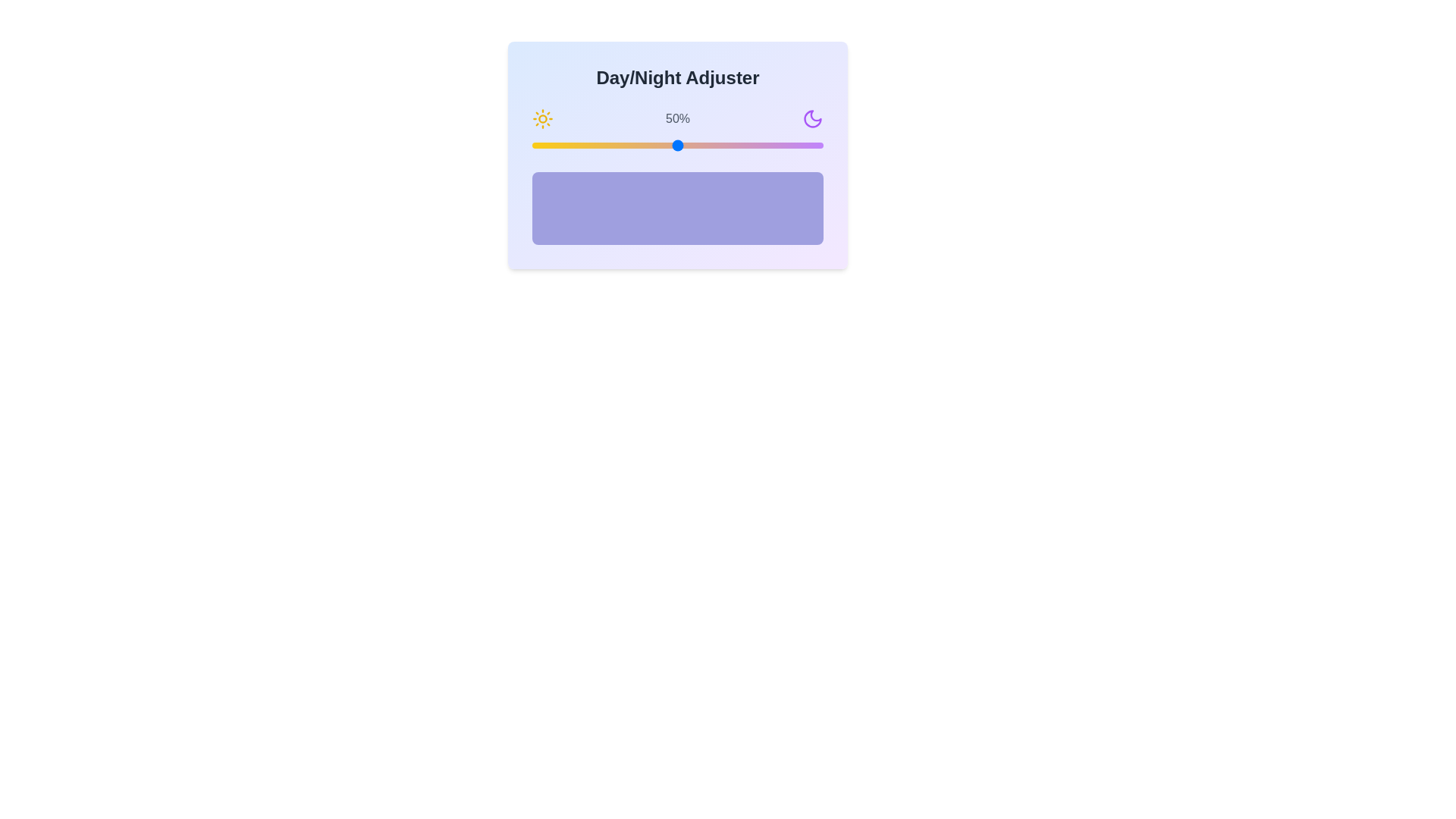 This screenshot has height=819, width=1456. I want to click on the slider to set the value to 81%, so click(767, 146).